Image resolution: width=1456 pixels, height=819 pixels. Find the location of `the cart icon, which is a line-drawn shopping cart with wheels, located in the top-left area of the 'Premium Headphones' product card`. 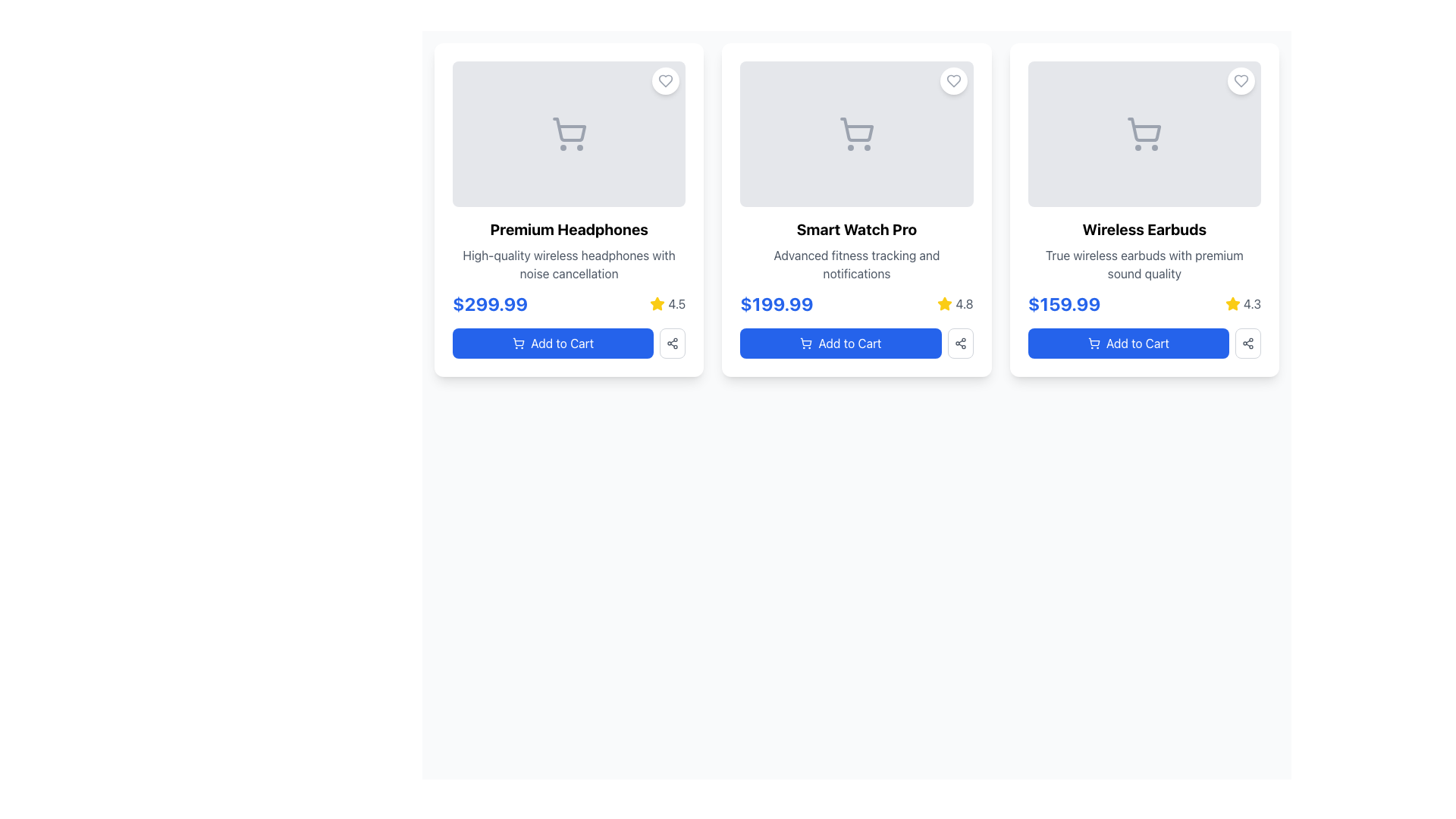

the cart icon, which is a line-drawn shopping cart with wheels, located in the top-left area of the 'Premium Headphones' product card is located at coordinates (568, 133).